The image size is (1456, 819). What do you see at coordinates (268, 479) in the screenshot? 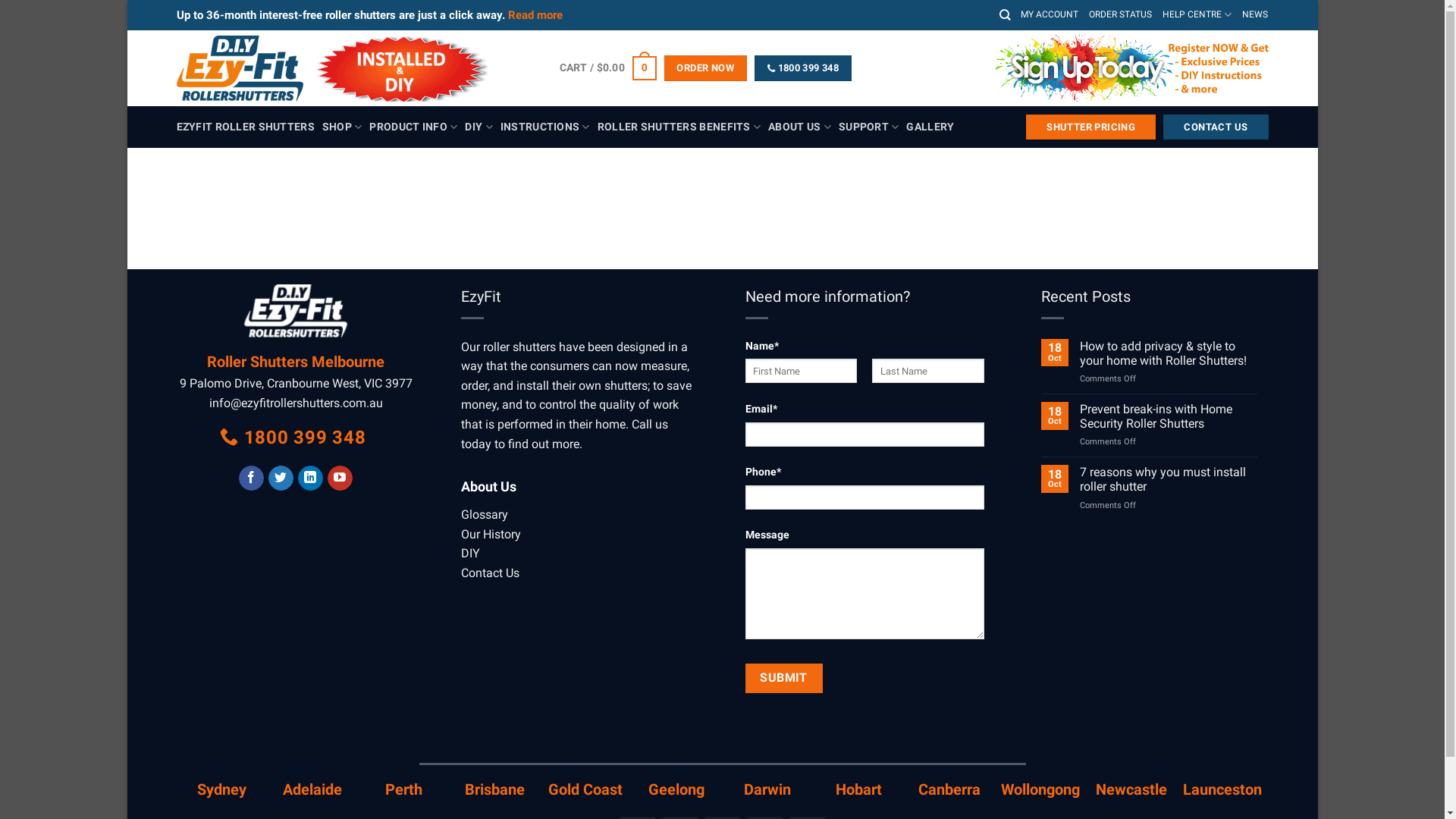
I see `'Follow on Twitter'` at bounding box center [268, 479].